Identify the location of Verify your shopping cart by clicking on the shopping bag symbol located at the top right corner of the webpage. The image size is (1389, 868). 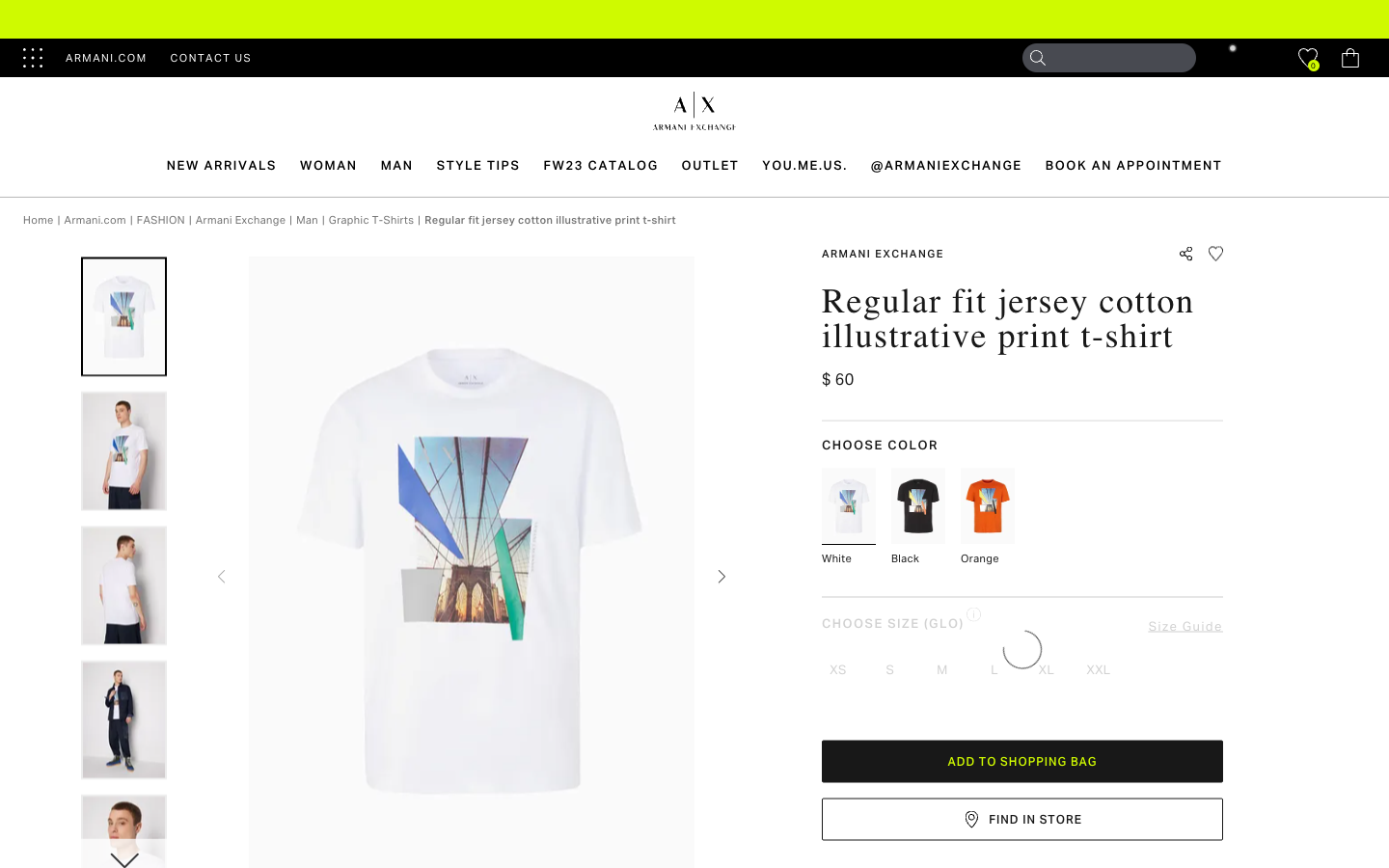
(1349, 57).